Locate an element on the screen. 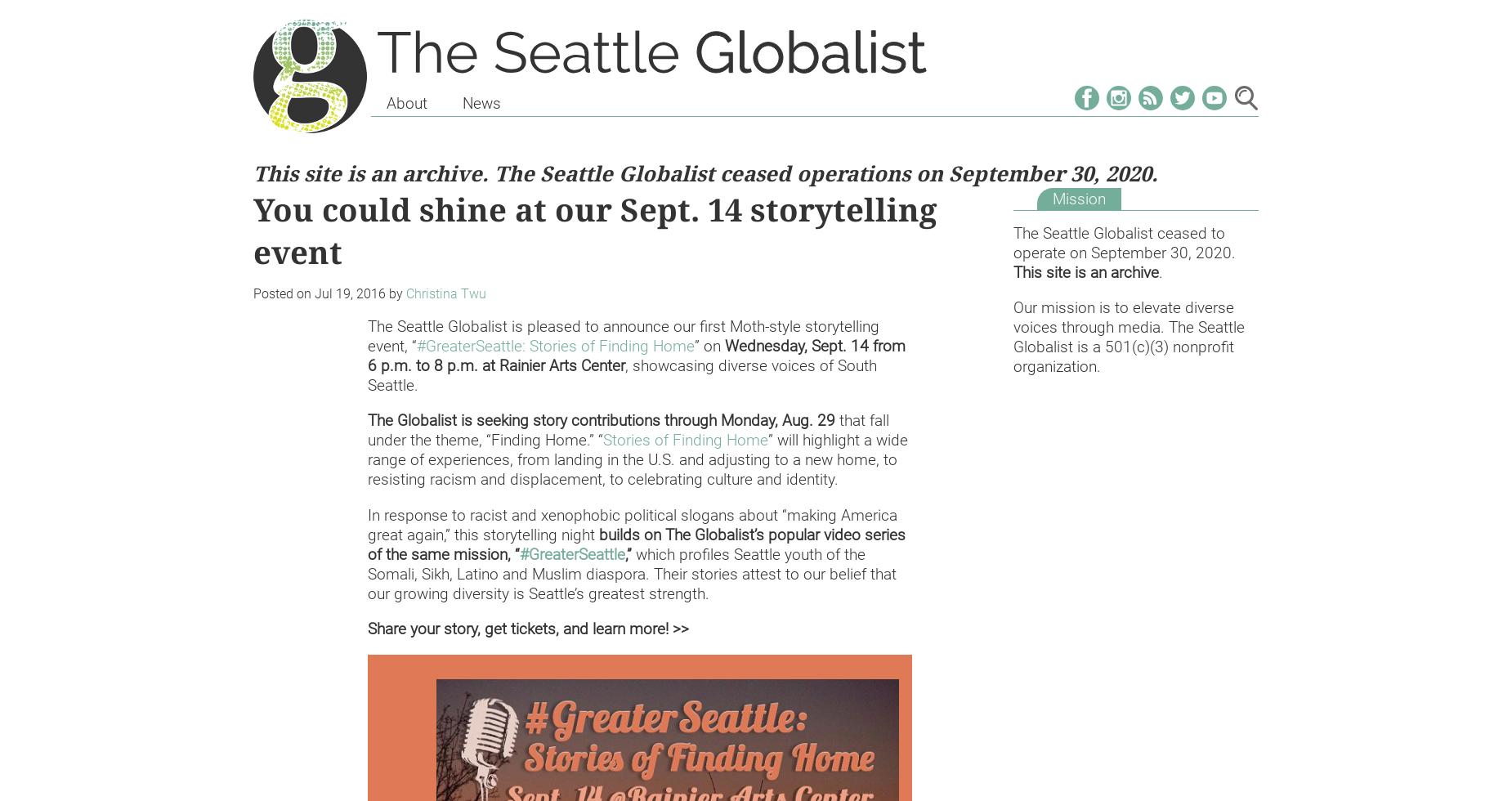  'Posted on' is located at coordinates (283, 293).